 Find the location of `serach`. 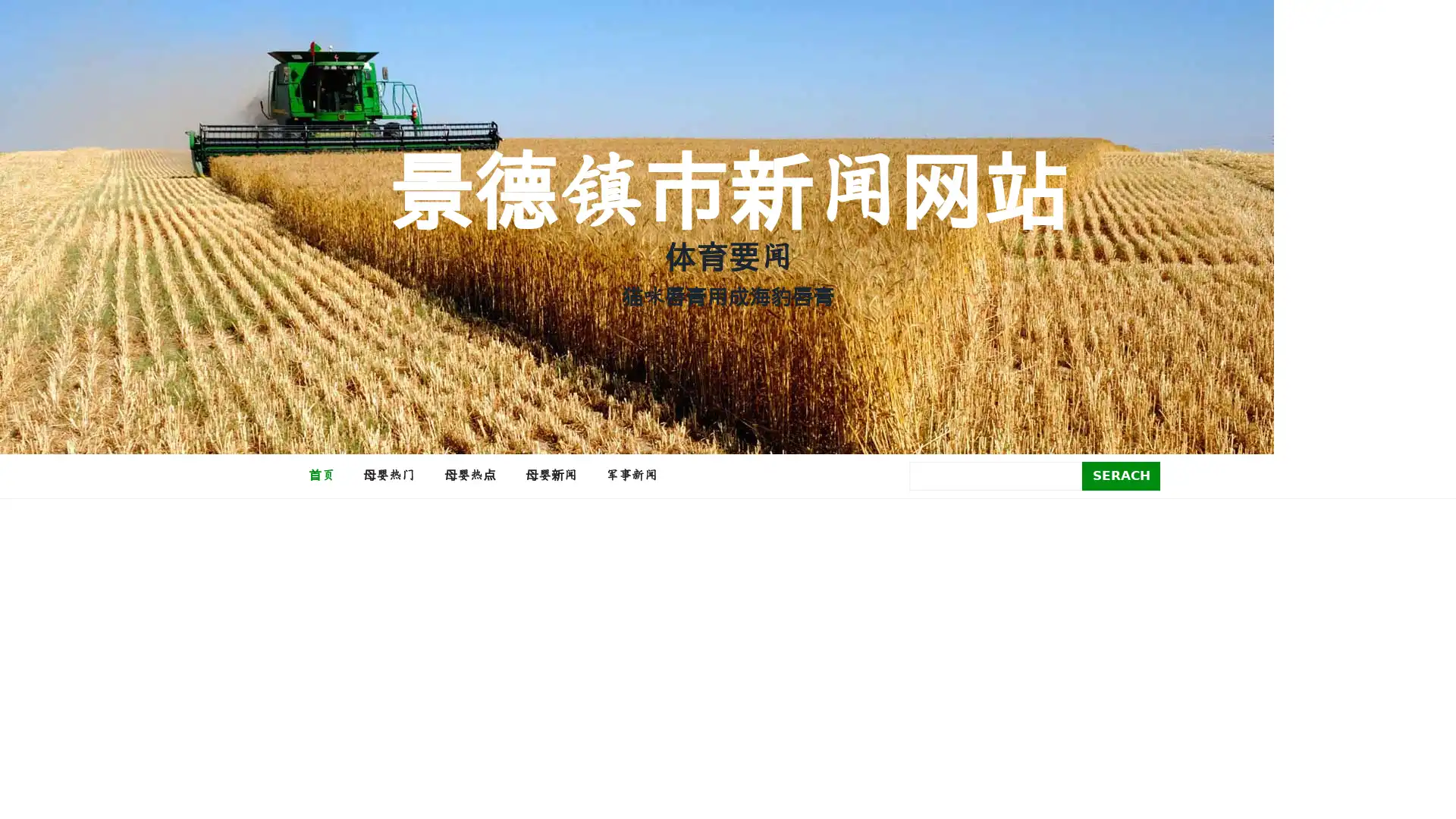

serach is located at coordinates (1121, 475).